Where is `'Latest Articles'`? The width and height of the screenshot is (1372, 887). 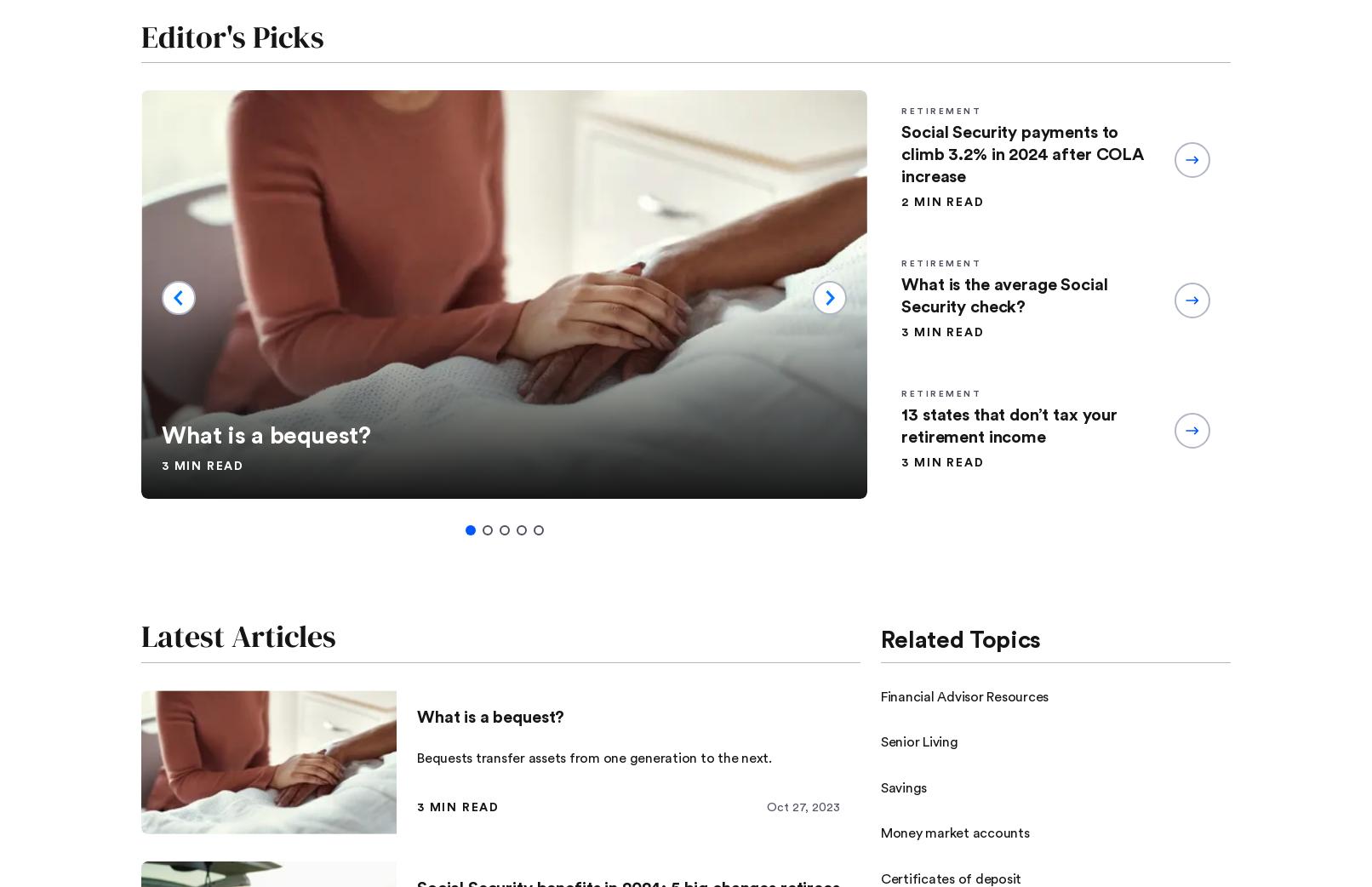
'Latest Articles' is located at coordinates (238, 635).